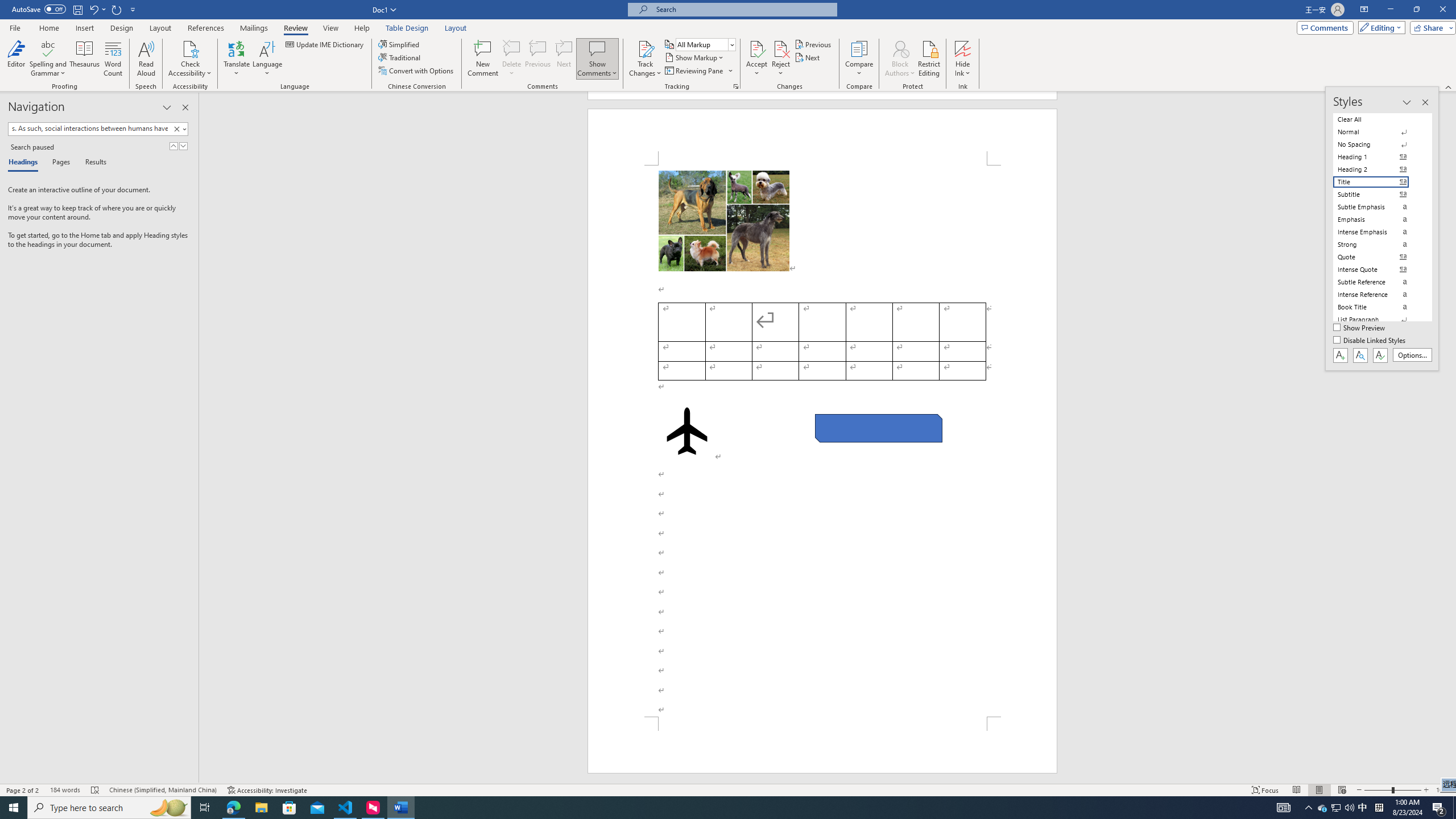  What do you see at coordinates (117, 9) in the screenshot?
I see `'Repeat Style'` at bounding box center [117, 9].